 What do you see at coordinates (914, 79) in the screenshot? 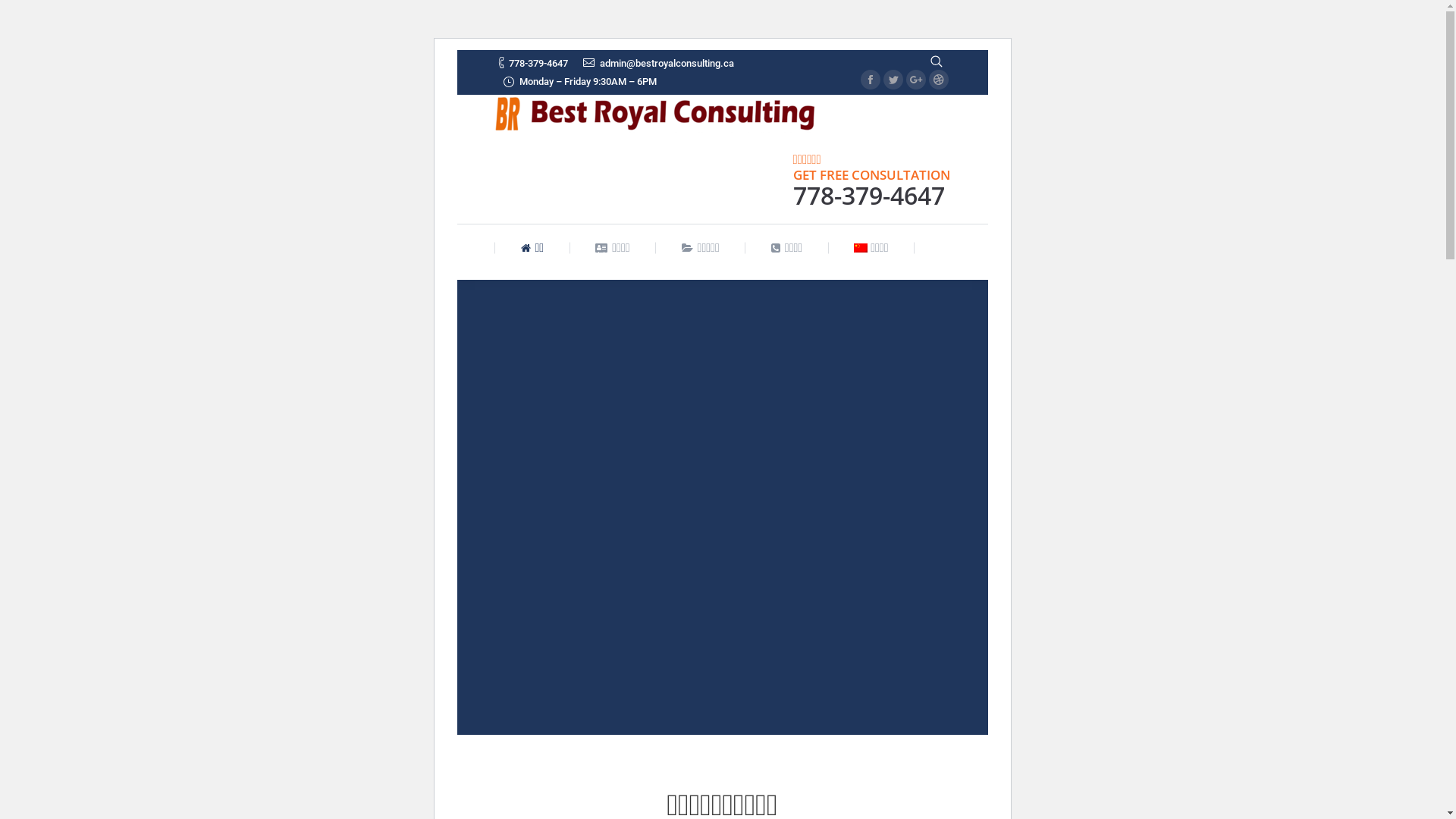
I see `'Google+'` at bounding box center [914, 79].